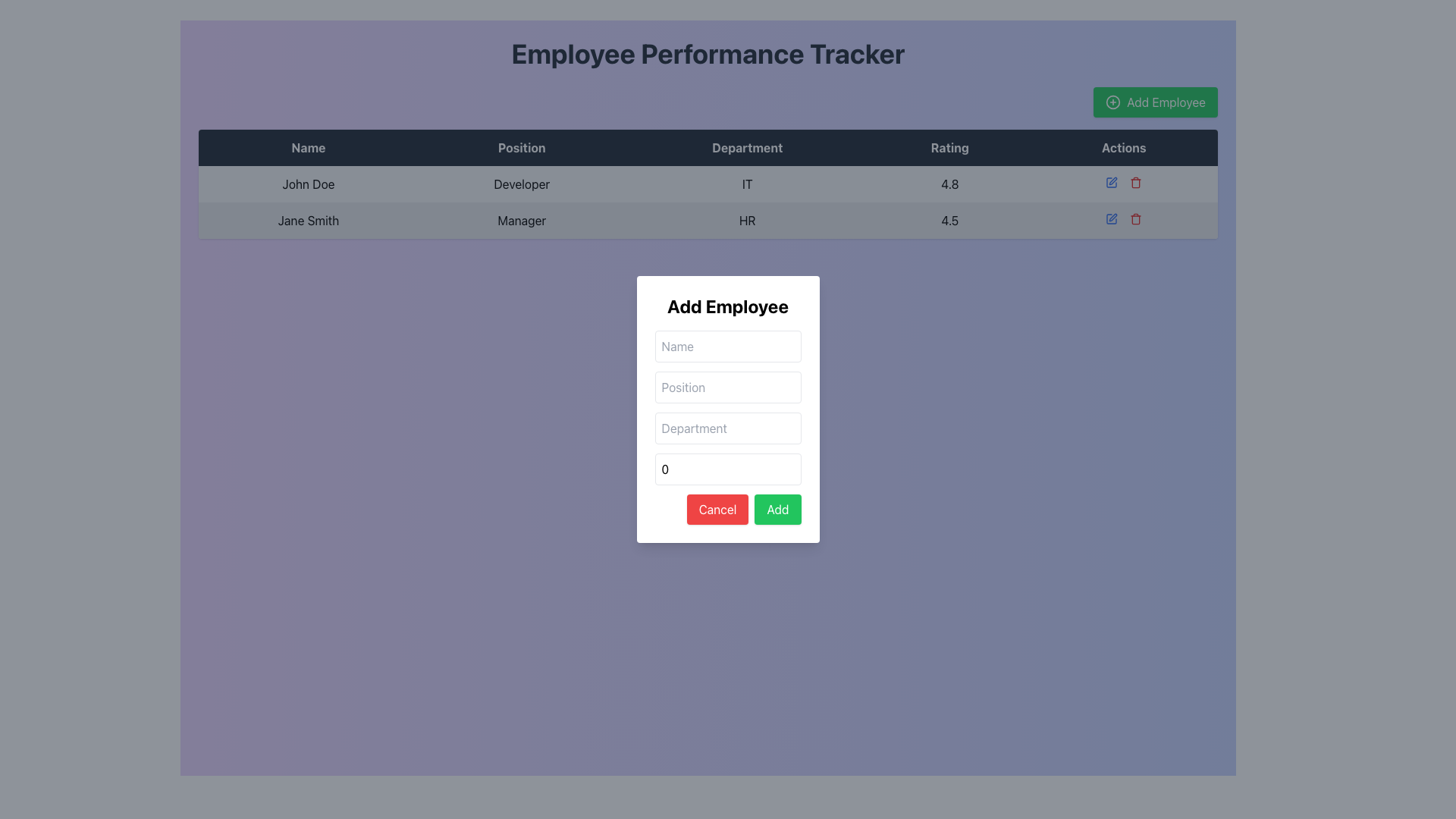  Describe the element at coordinates (747, 220) in the screenshot. I see `the Static Table Cell displaying 'HR' in the second row of the table under the 'Department' column` at that location.